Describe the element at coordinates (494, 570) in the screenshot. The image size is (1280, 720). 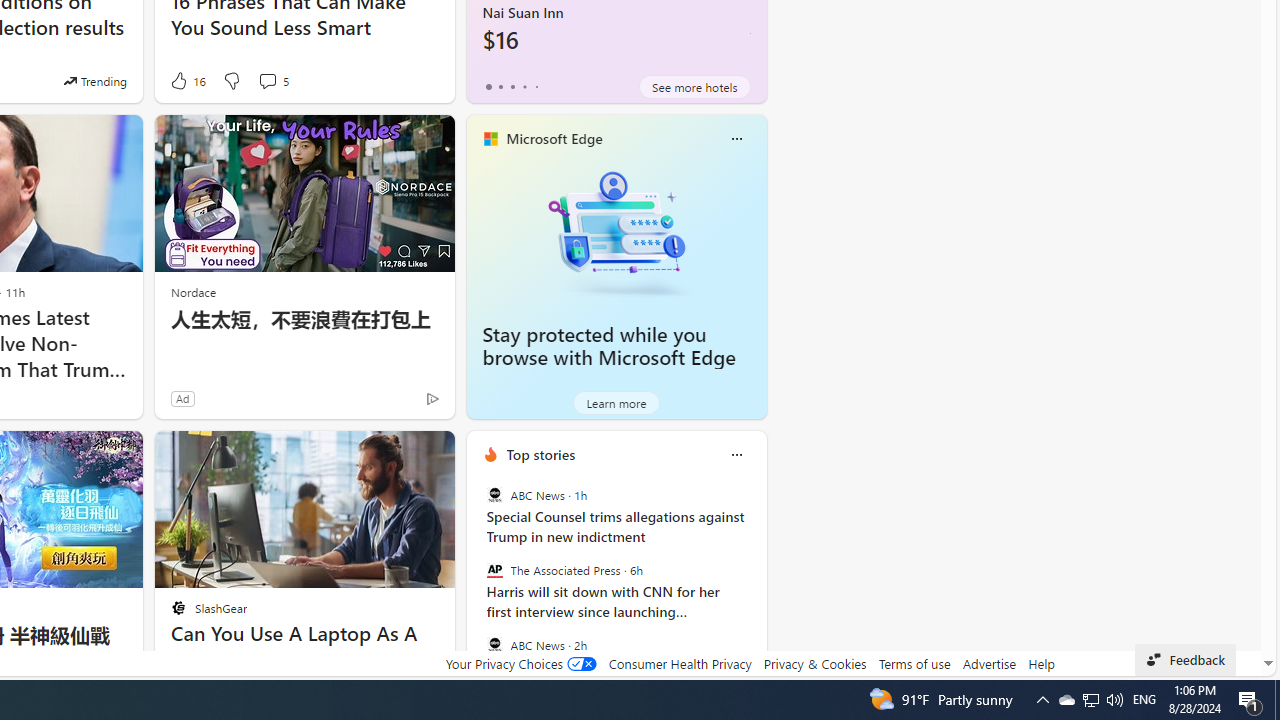
I see `'The Associated Press'` at that location.